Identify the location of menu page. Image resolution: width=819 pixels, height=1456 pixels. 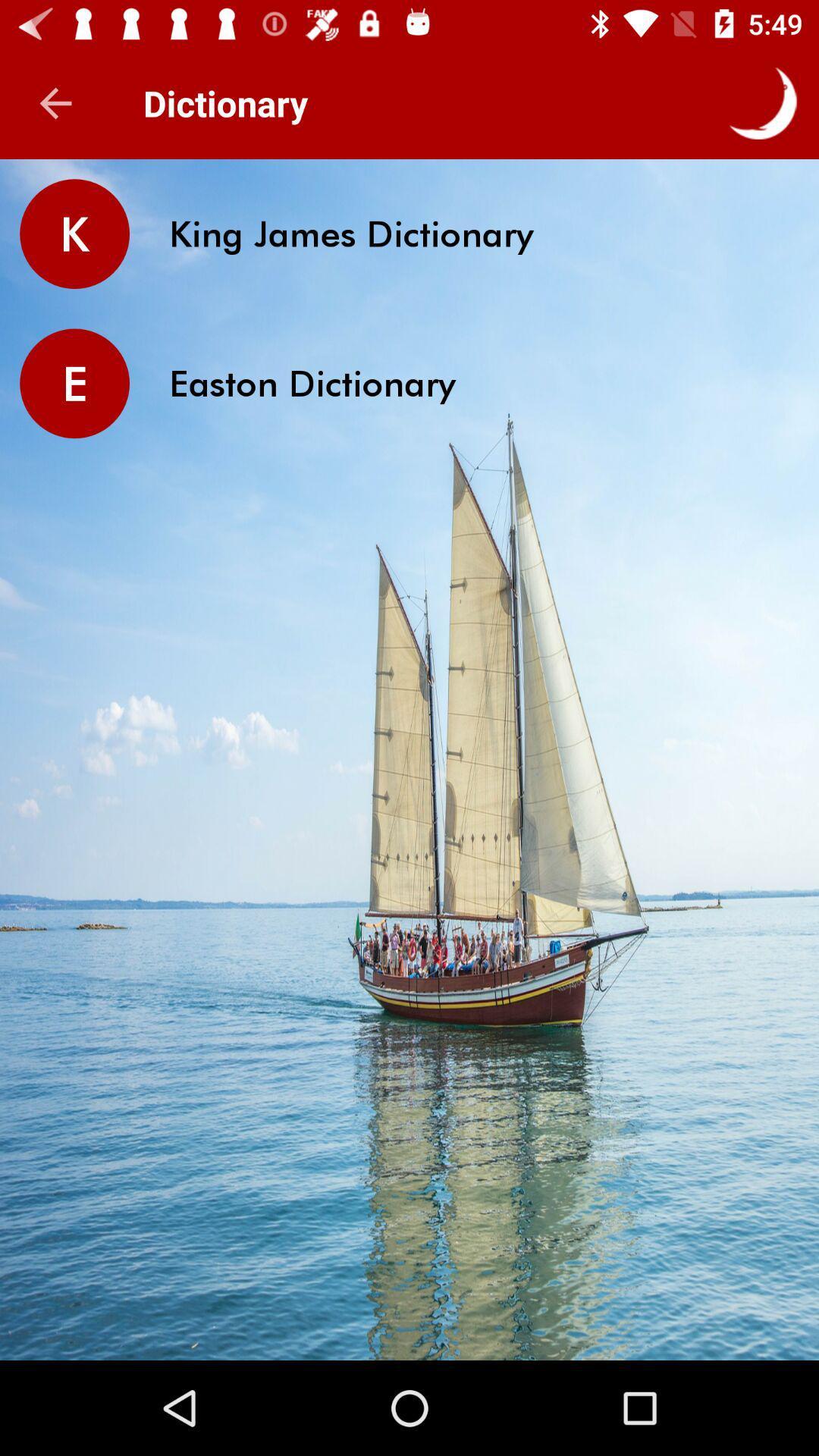
(763, 102).